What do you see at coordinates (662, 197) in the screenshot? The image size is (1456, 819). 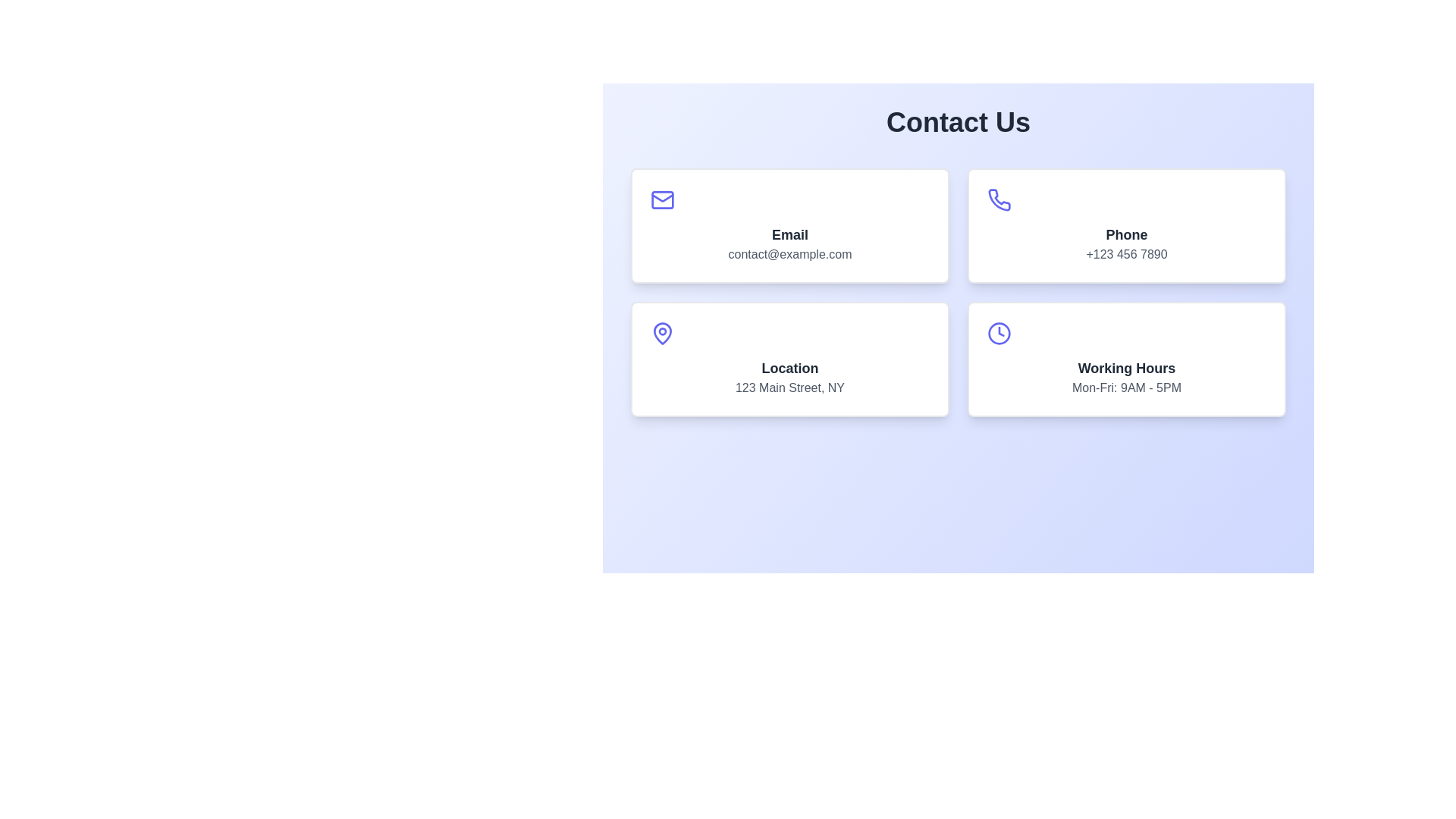 I see `the stylized V-shaped line of the envelope icon located in the top-left quadrant of the email information card to trigger a tooltip or visual feedback` at bounding box center [662, 197].